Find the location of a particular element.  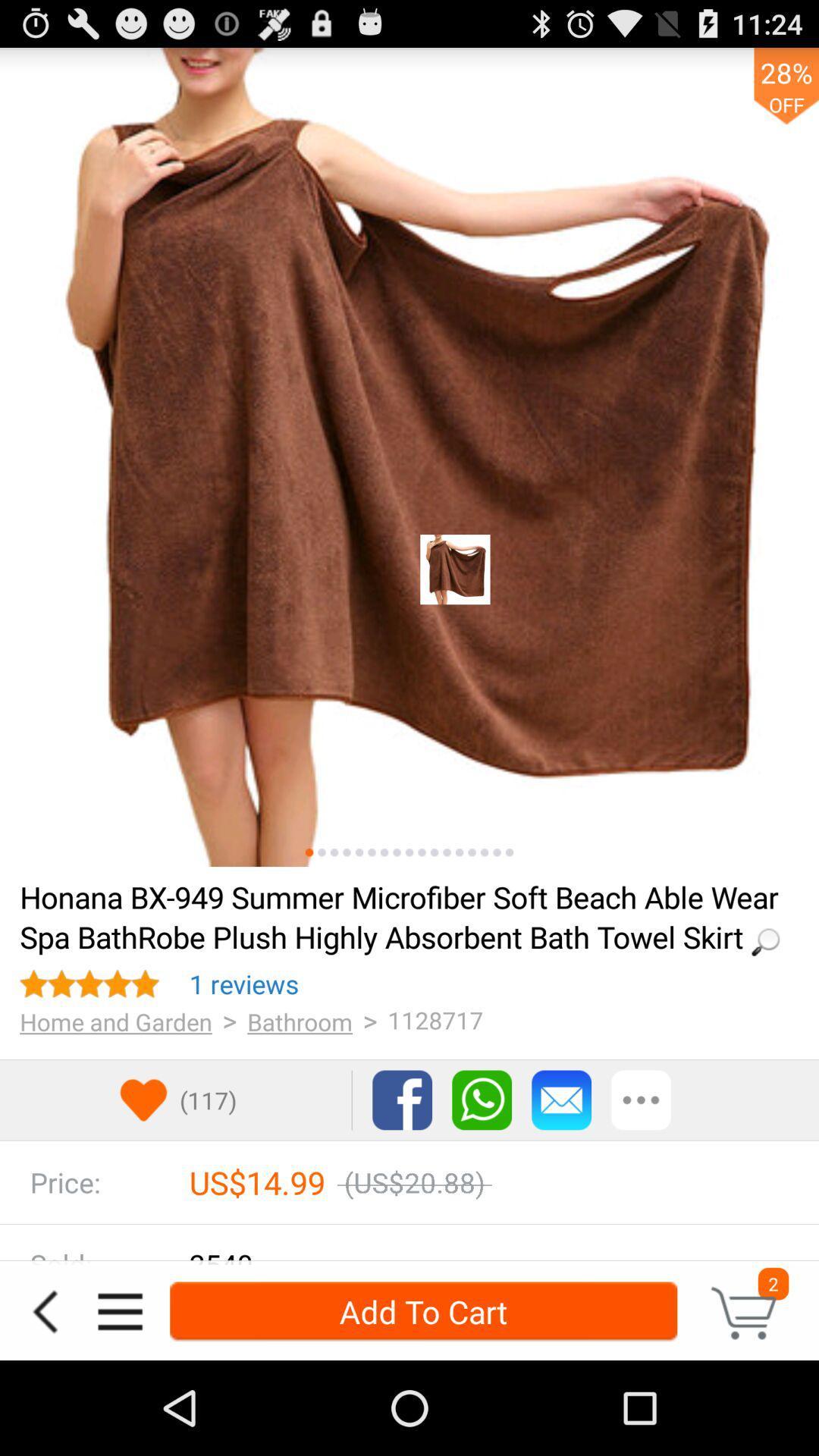

the icon above the loading... is located at coordinates (309, 852).